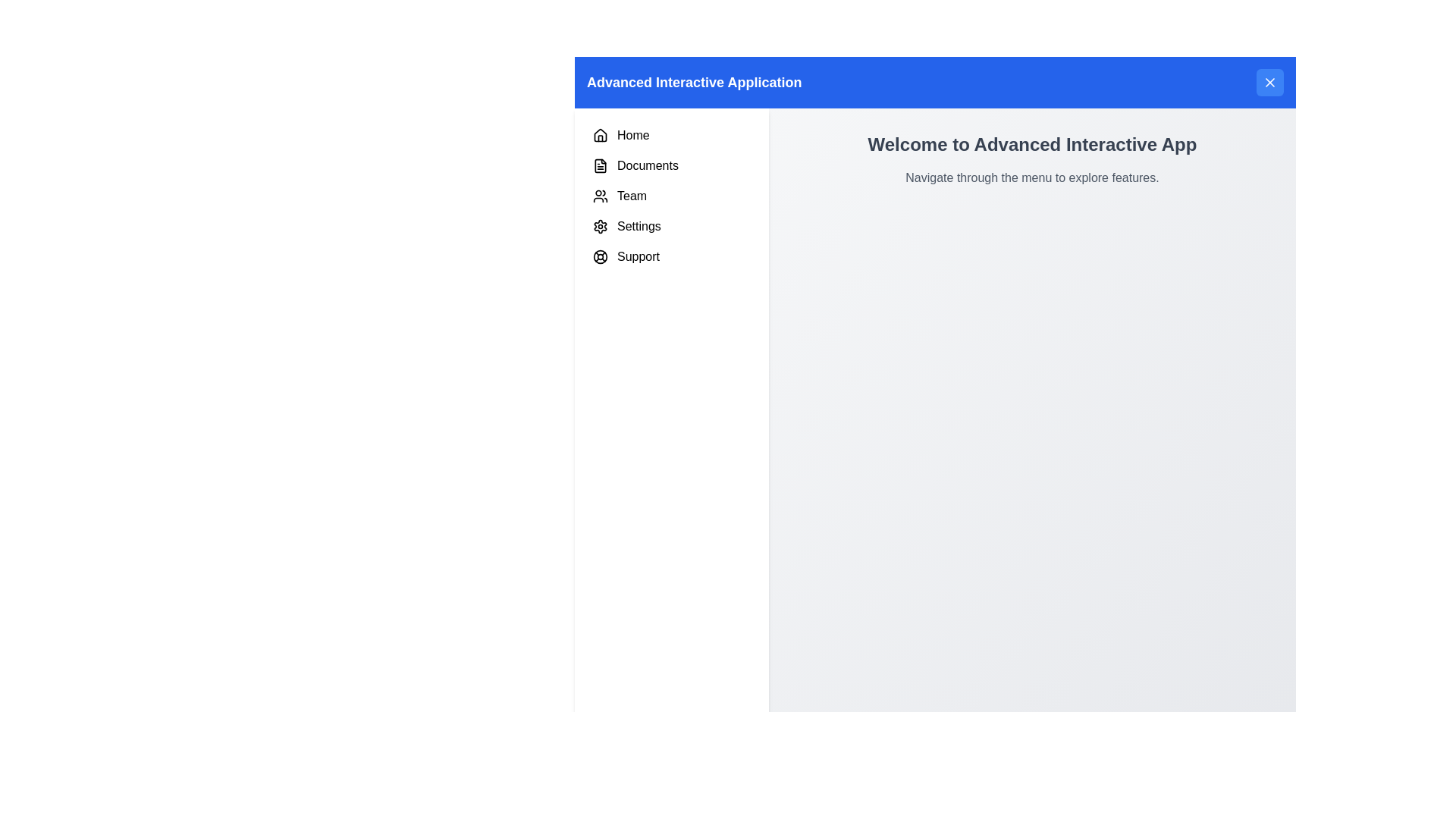 Image resolution: width=1456 pixels, height=819 pixels. Describe the element at coordinates (632, 195) in the screenshot. I see `the 'Team' text label in the left-side menu` at that location.